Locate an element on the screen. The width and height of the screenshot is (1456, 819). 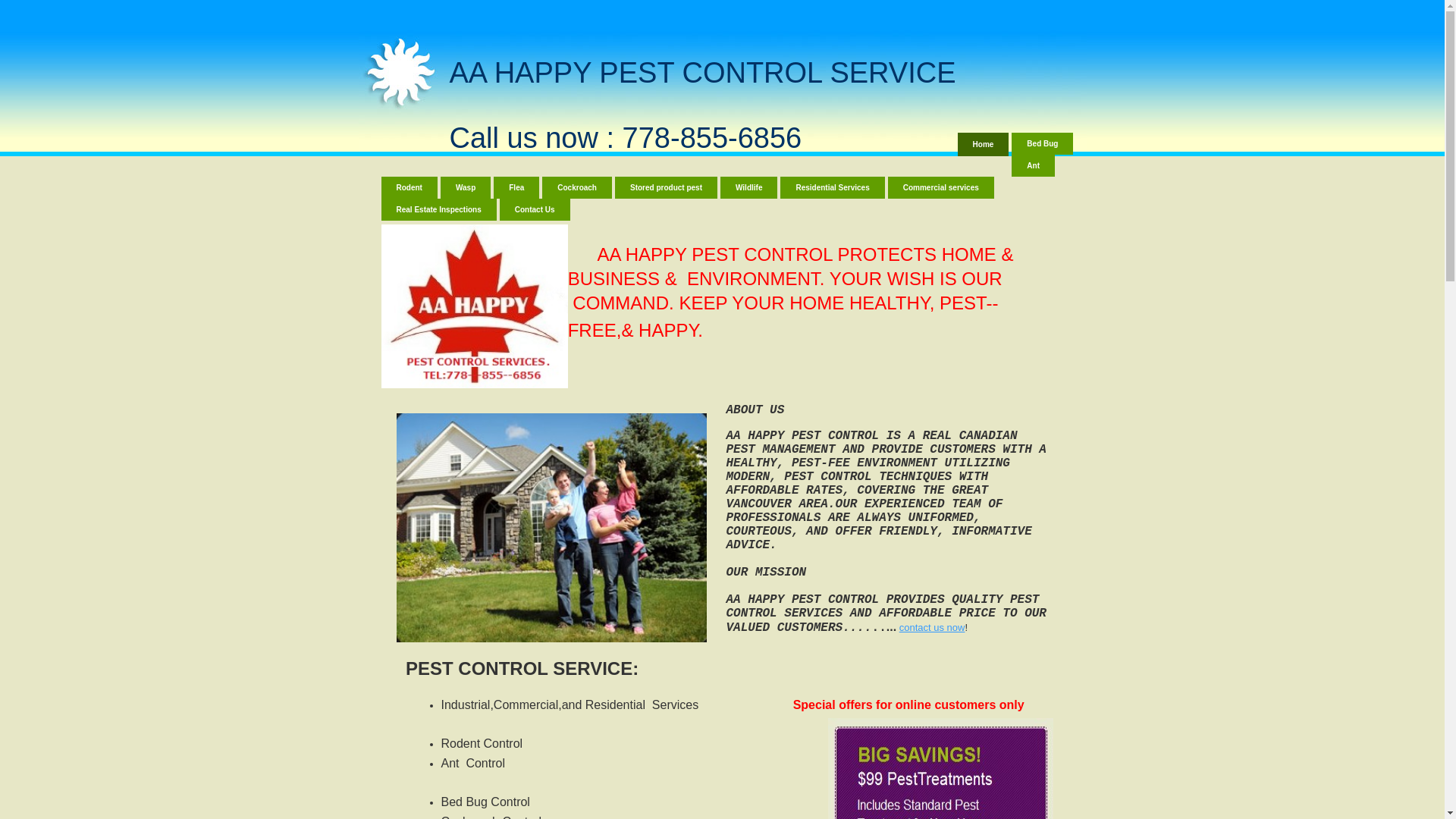
'Wildlife' is located at coordinates (748, 187).